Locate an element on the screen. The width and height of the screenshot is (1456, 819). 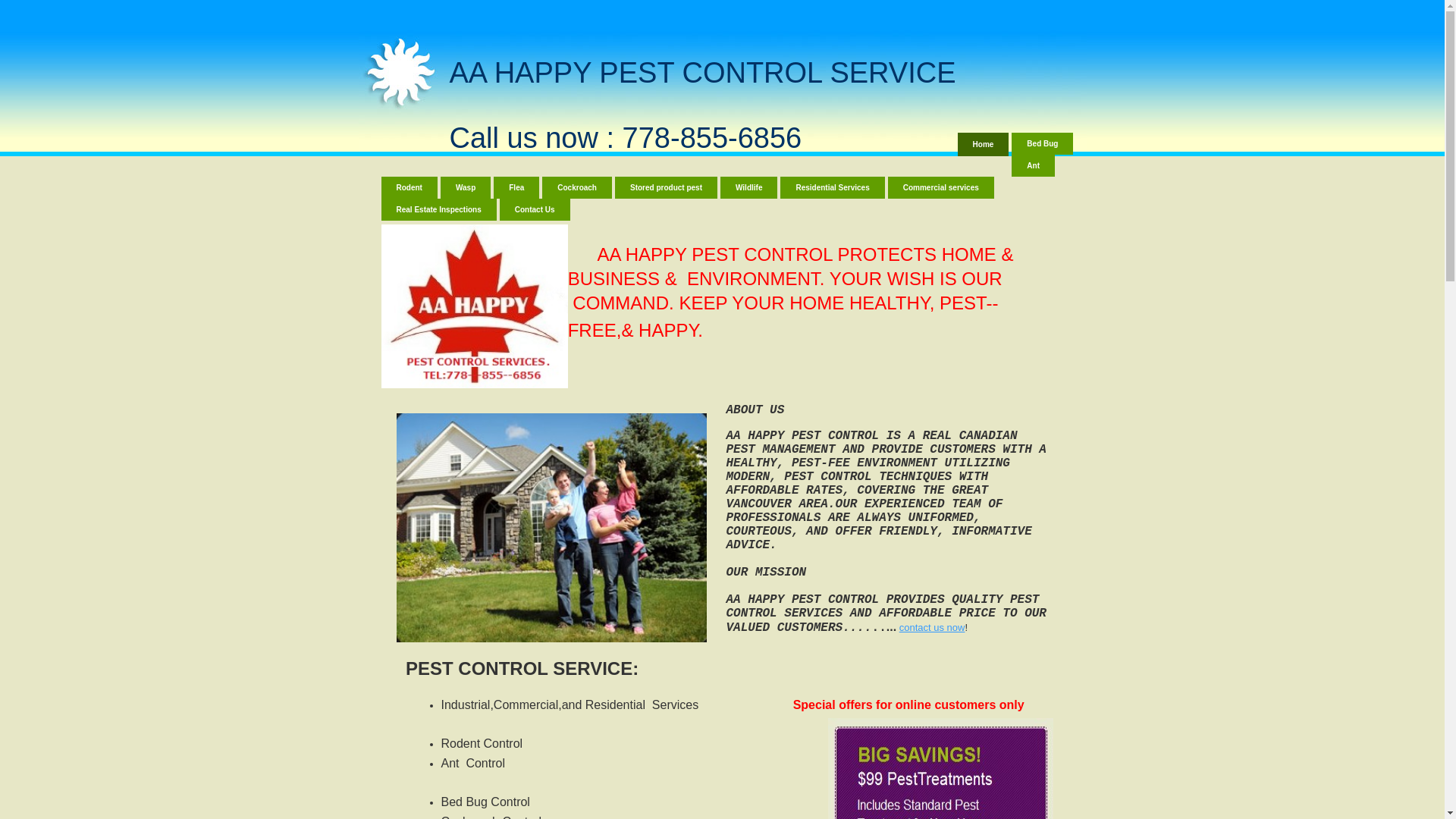
'Wildlife' is located at coordinates (748, 187).